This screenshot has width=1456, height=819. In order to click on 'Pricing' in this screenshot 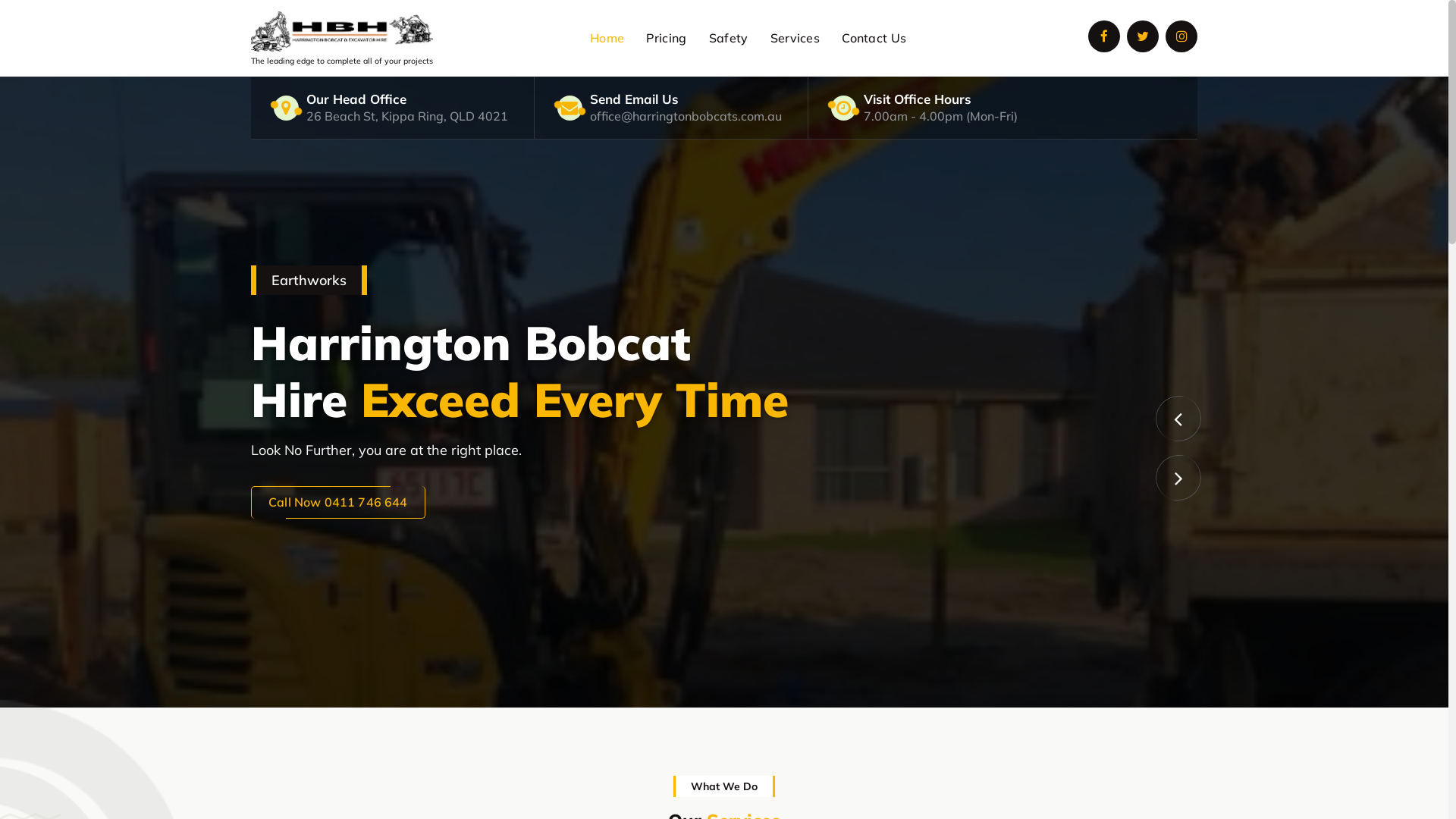, I will do `click(666, 37)`.